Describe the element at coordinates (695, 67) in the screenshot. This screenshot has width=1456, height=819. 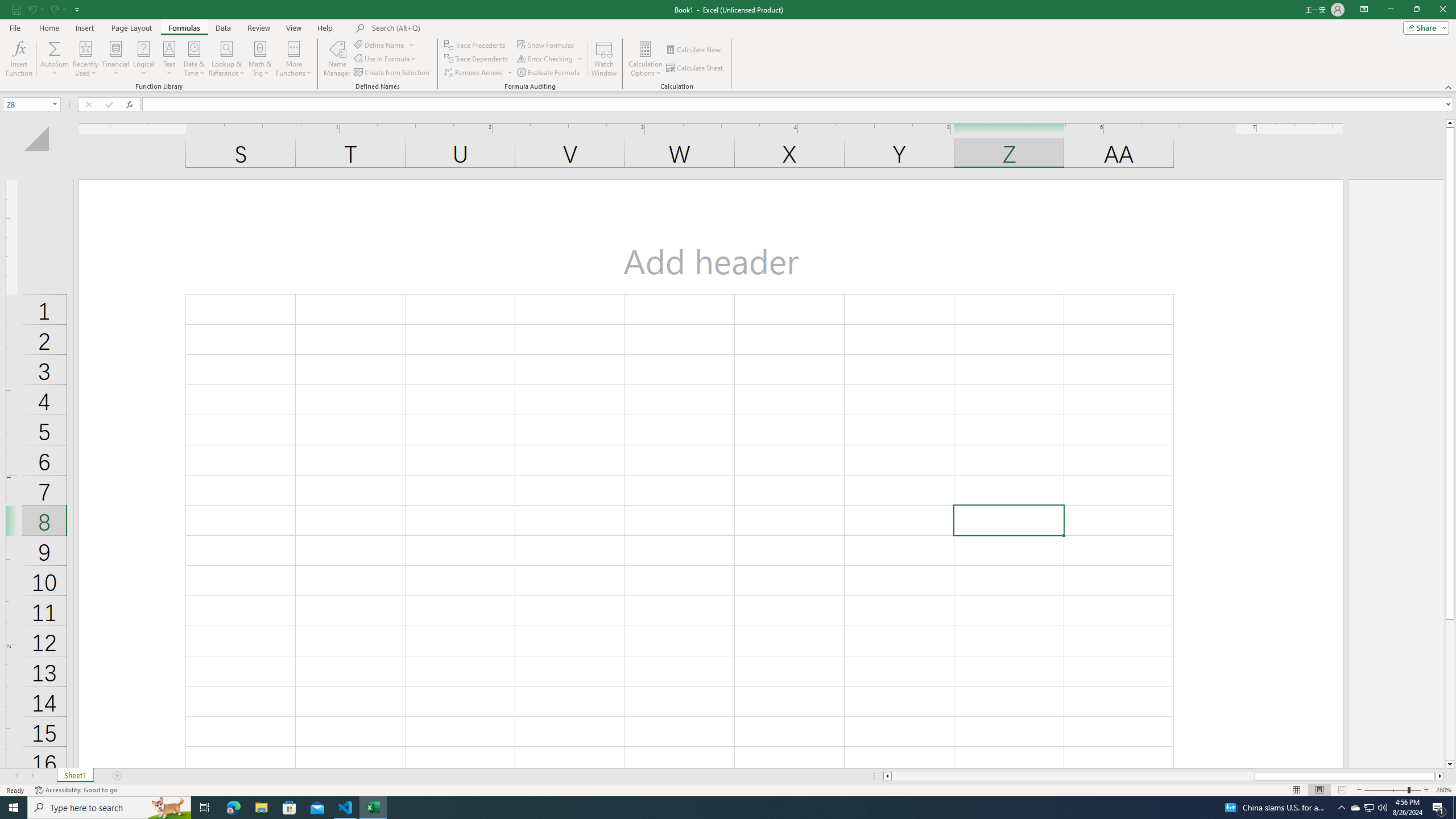
I see `'Calculate Sheet'` at that location.